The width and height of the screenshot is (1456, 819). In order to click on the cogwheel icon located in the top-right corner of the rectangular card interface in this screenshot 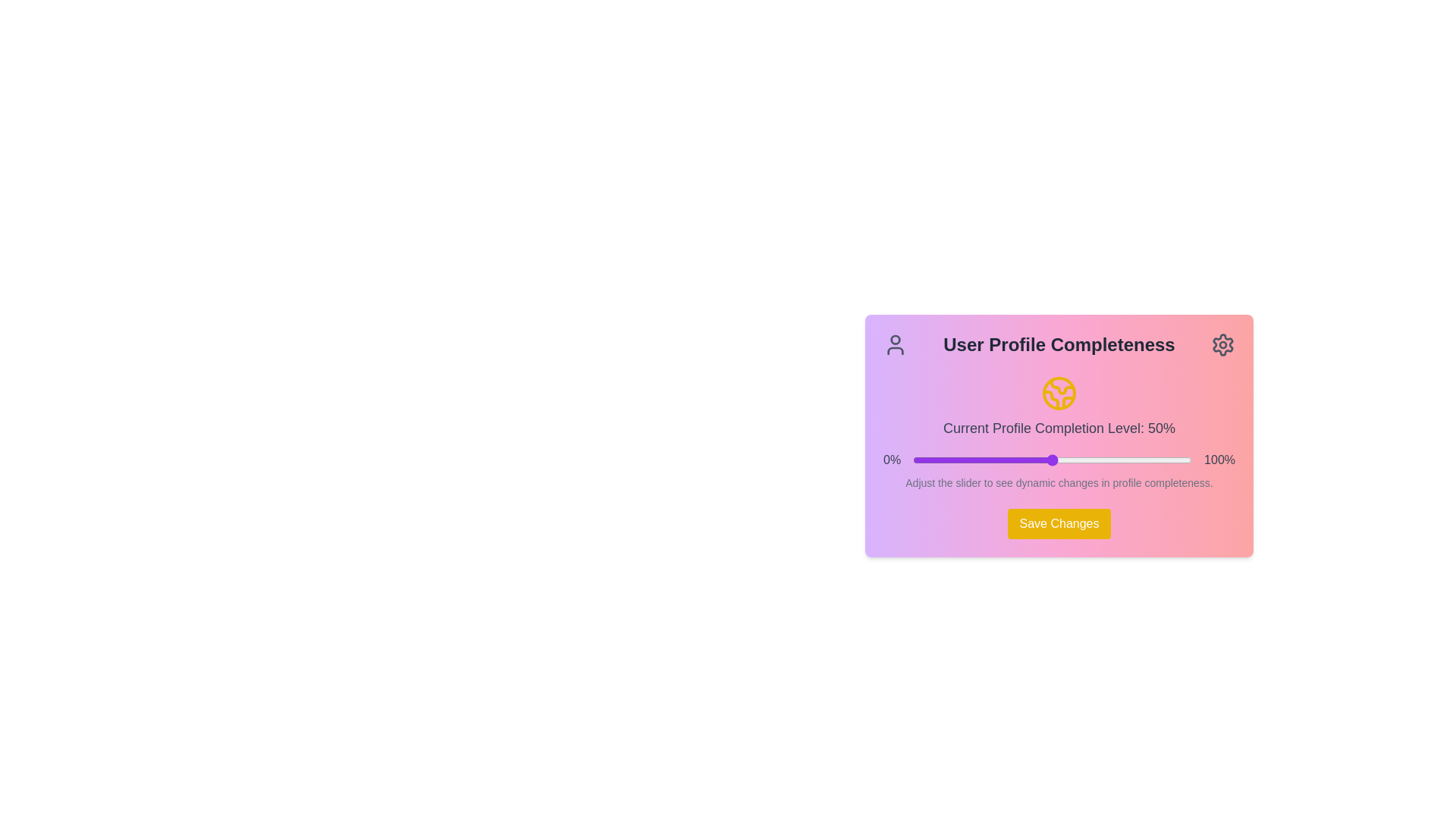, I will do `click(1222, 345)`.